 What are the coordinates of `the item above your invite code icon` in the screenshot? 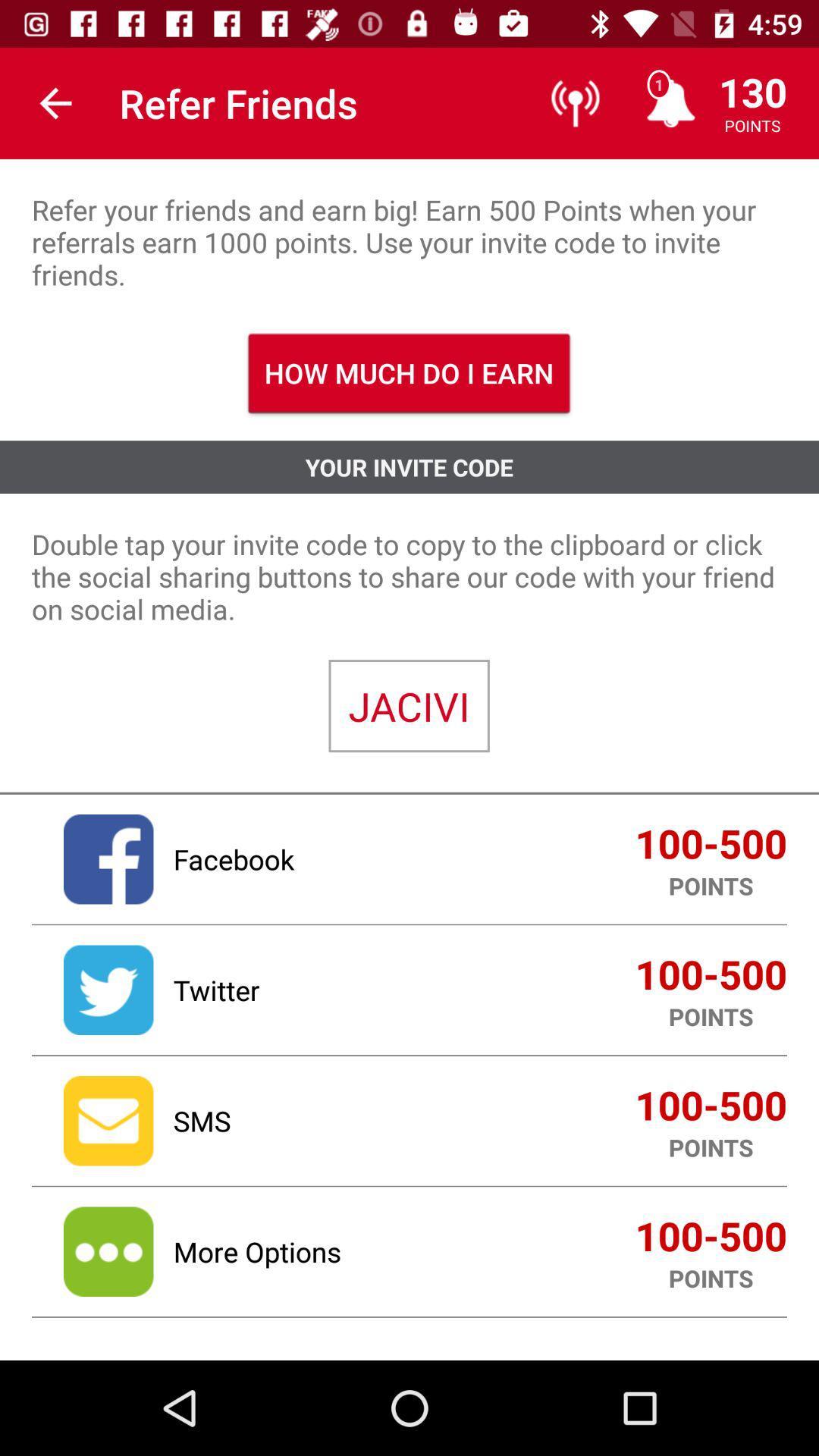 It's located at (408, 373).